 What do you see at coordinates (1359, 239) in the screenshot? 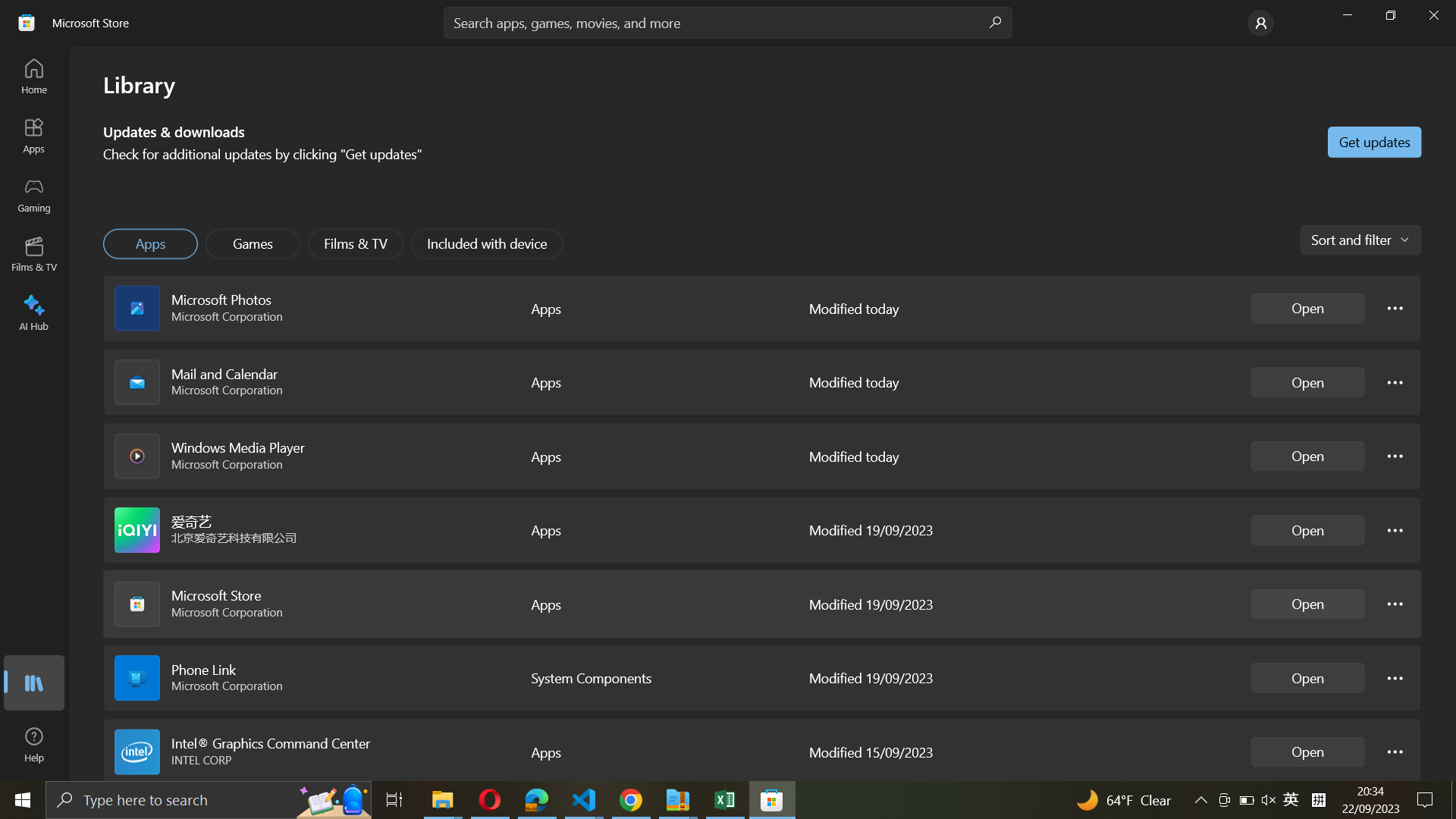
I see `Utilize the application sorting functionality` at bounding box center [1359, 239].